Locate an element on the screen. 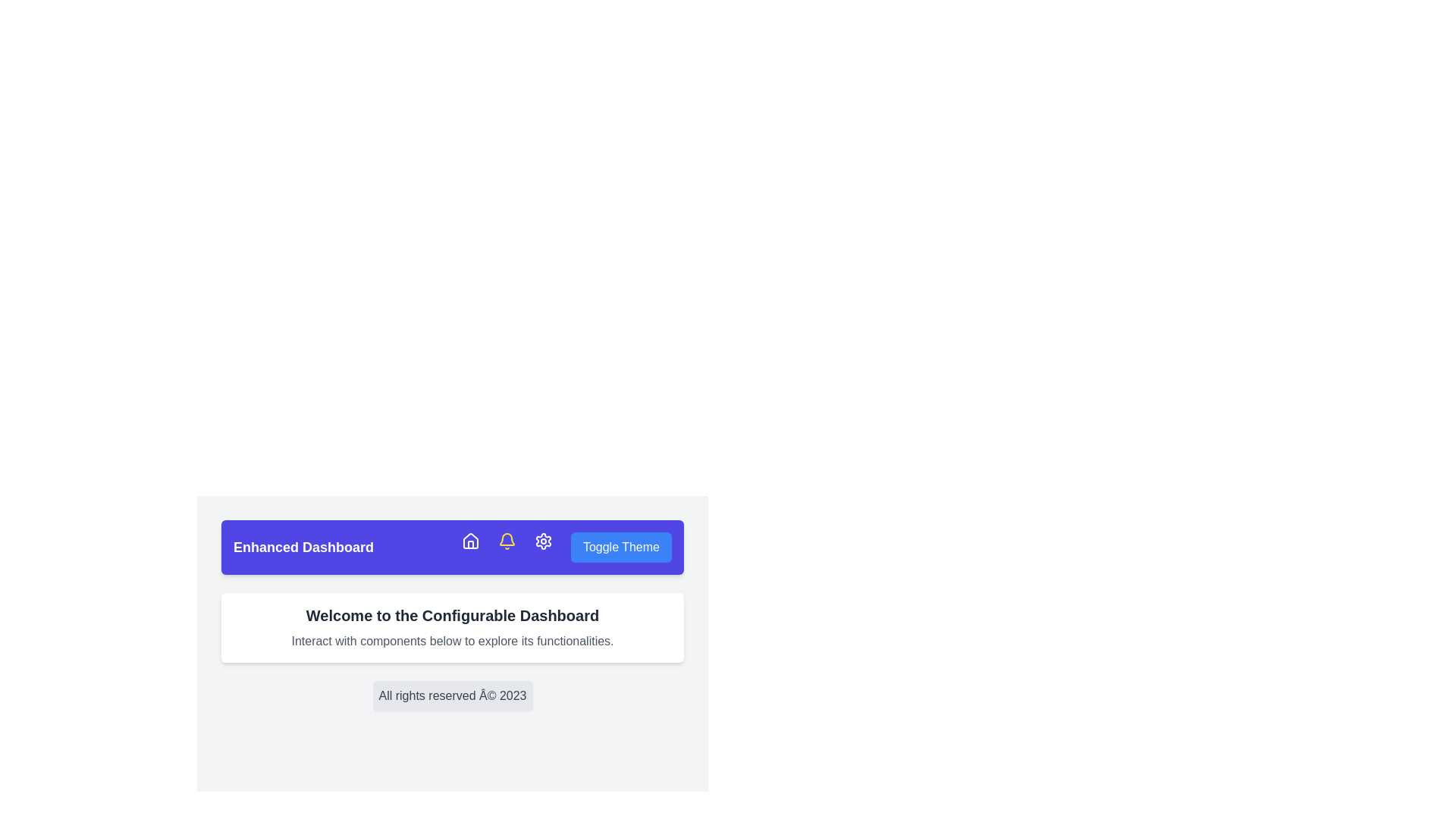  the house icon in the navigation bar is located at coordinates (469, 540).